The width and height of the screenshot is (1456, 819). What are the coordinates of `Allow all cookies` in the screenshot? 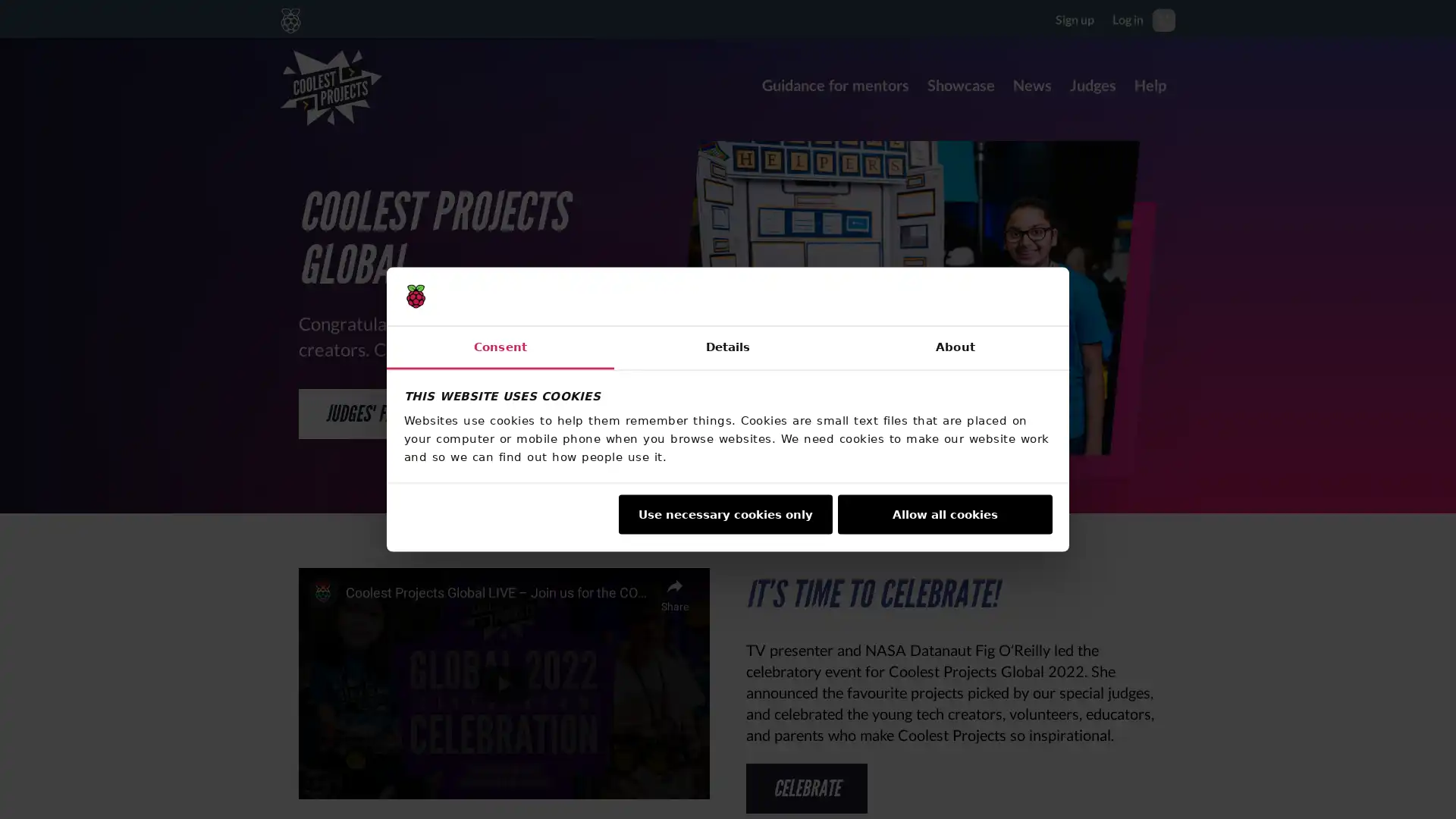 It's located at (944, 513).